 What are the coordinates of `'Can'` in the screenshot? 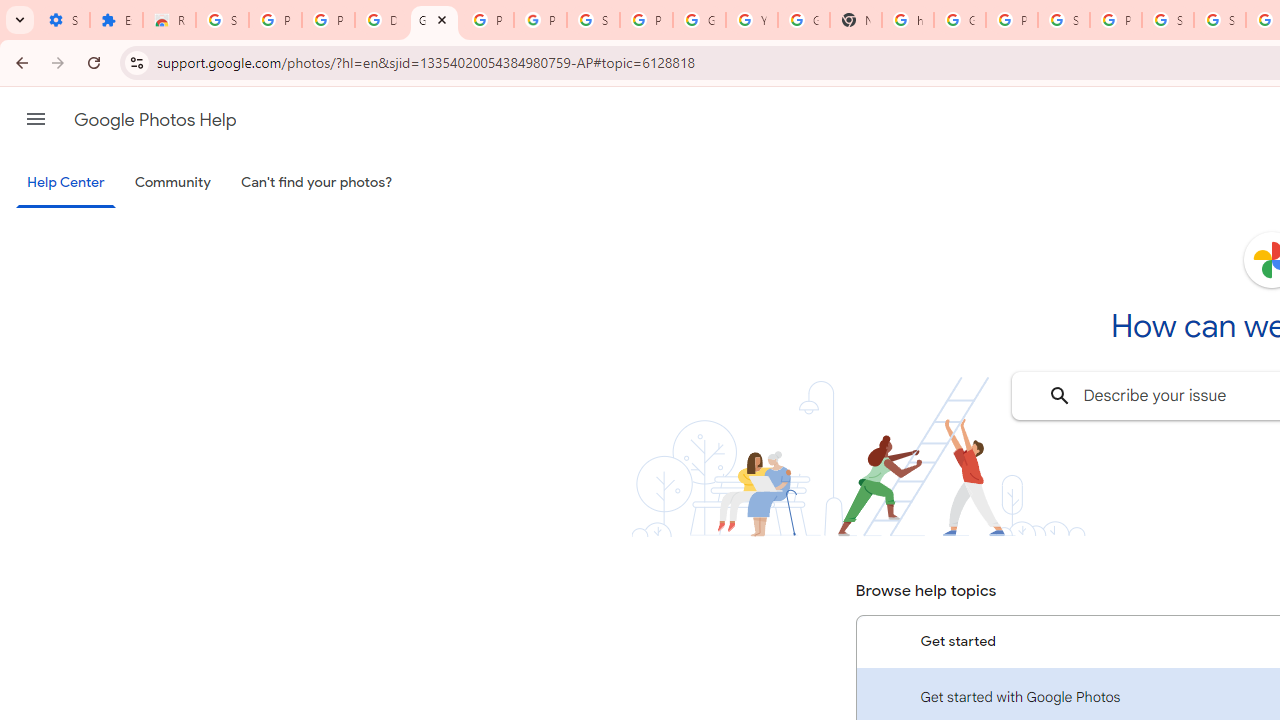 It's located at (316, 183).